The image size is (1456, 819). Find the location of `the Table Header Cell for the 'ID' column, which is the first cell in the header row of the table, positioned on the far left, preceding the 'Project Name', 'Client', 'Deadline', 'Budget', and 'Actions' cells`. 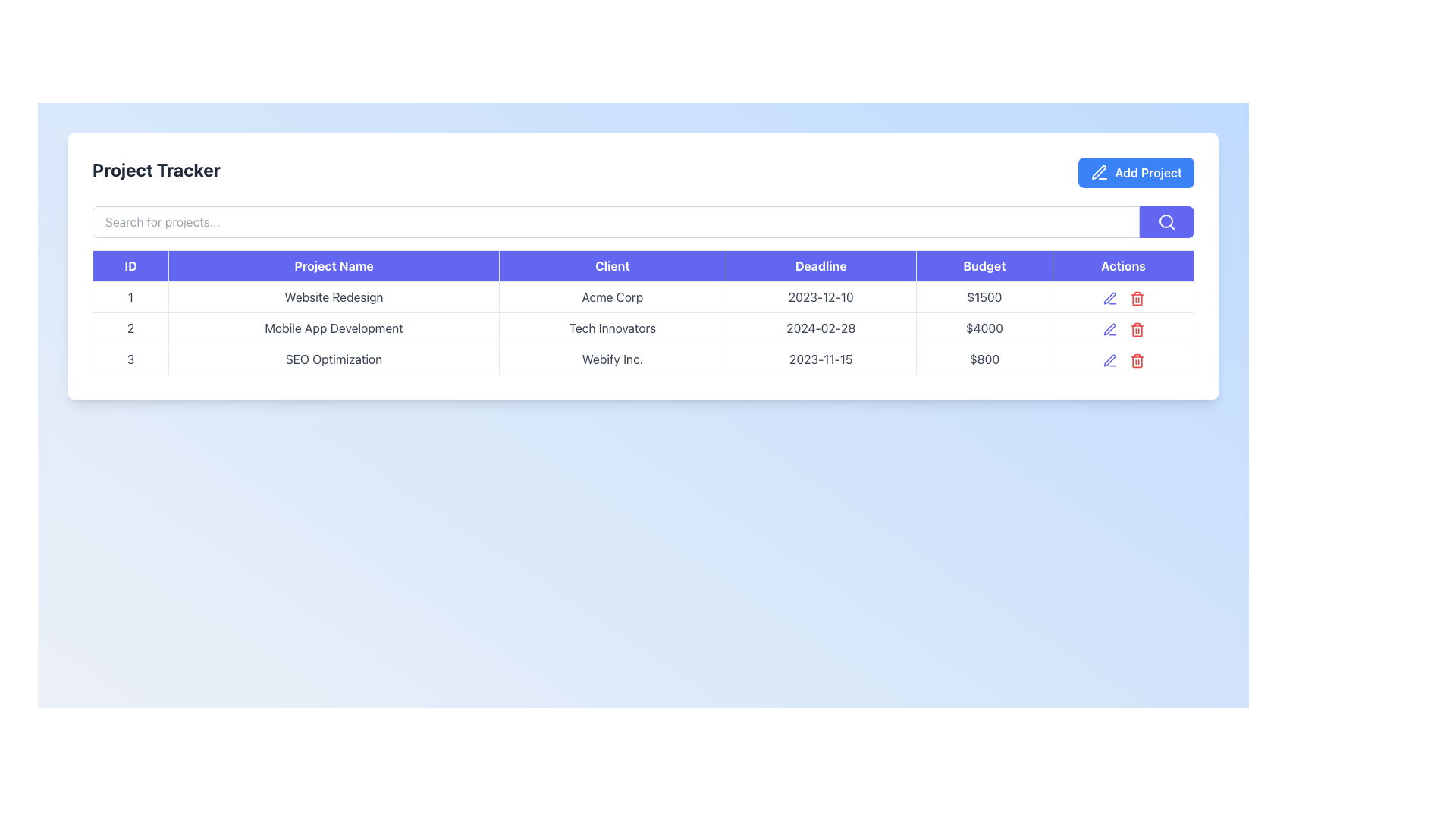

the Table Header Cell for the 'ID' column, which is the first cell in the header row of the table, positioned on the far left, preceding the 'Project Name', 'Client', 'Deadline', 'Budget', and 'Actions' cells is located at coordinates (130, 265).